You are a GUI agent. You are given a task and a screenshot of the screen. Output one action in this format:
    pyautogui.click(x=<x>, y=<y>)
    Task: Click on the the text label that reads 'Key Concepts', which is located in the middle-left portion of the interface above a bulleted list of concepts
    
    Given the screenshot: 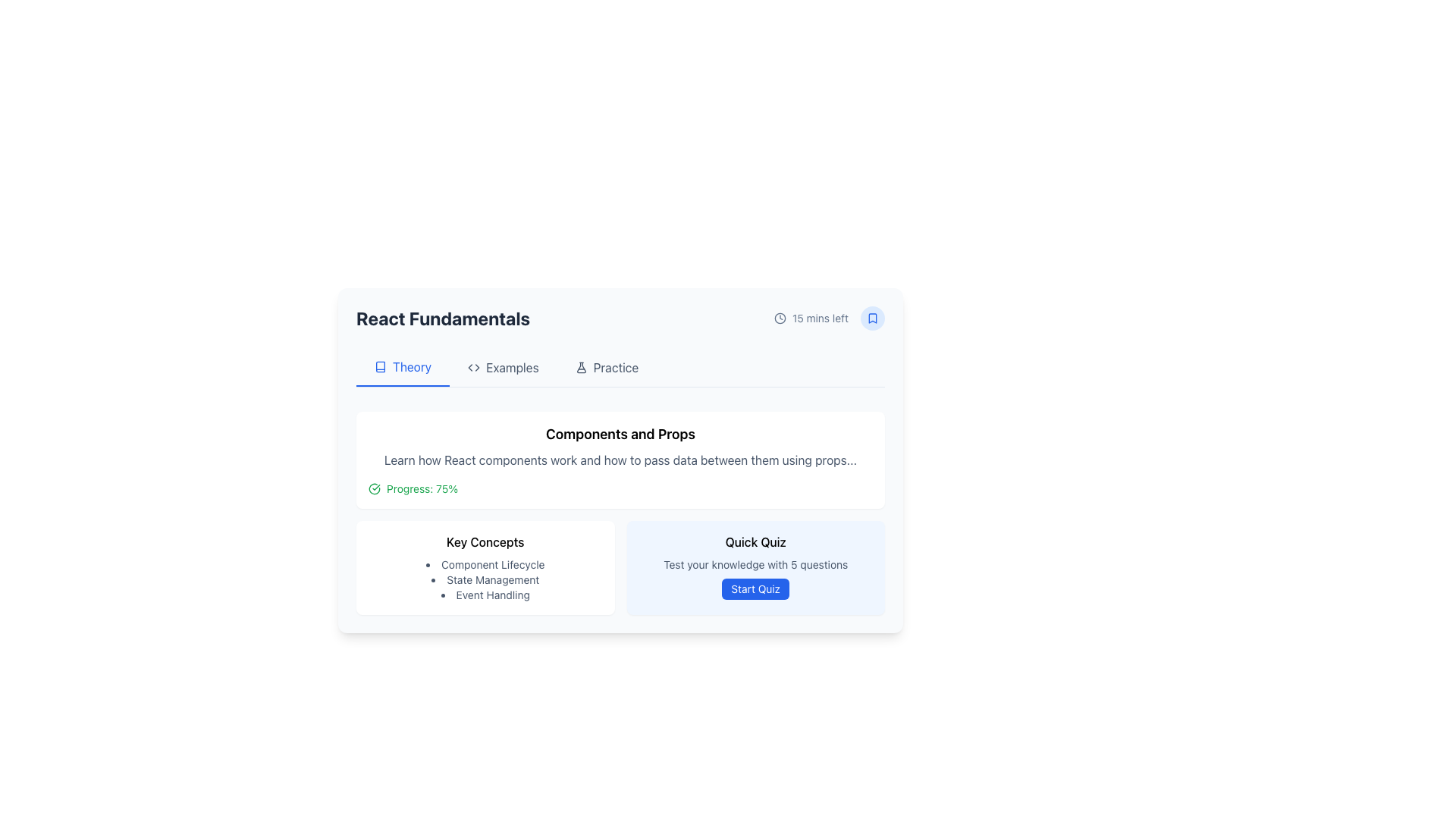 What is the action you would take?
    pyautogui.click(x=485, y=541)
    